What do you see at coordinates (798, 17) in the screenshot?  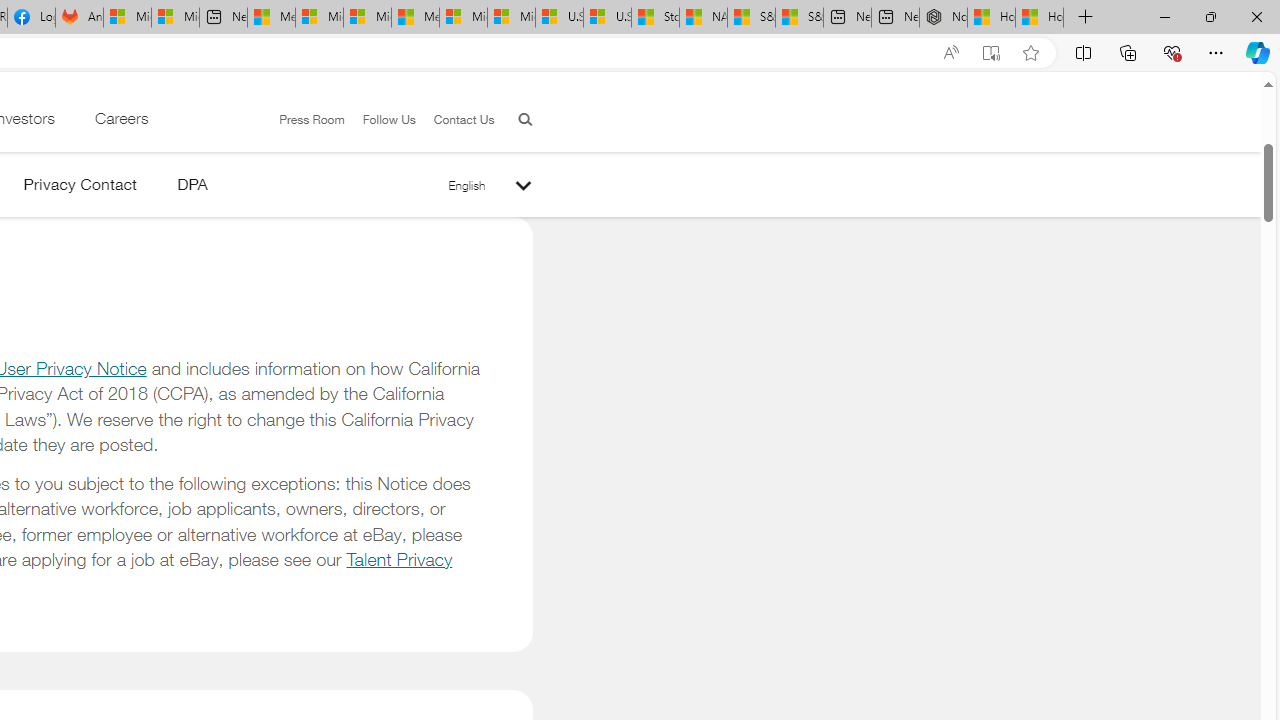 I see `'S&P 500, Nasdaq end lower, weighed by Nvidia dip | Watch'` at bounding box center [798, 17].